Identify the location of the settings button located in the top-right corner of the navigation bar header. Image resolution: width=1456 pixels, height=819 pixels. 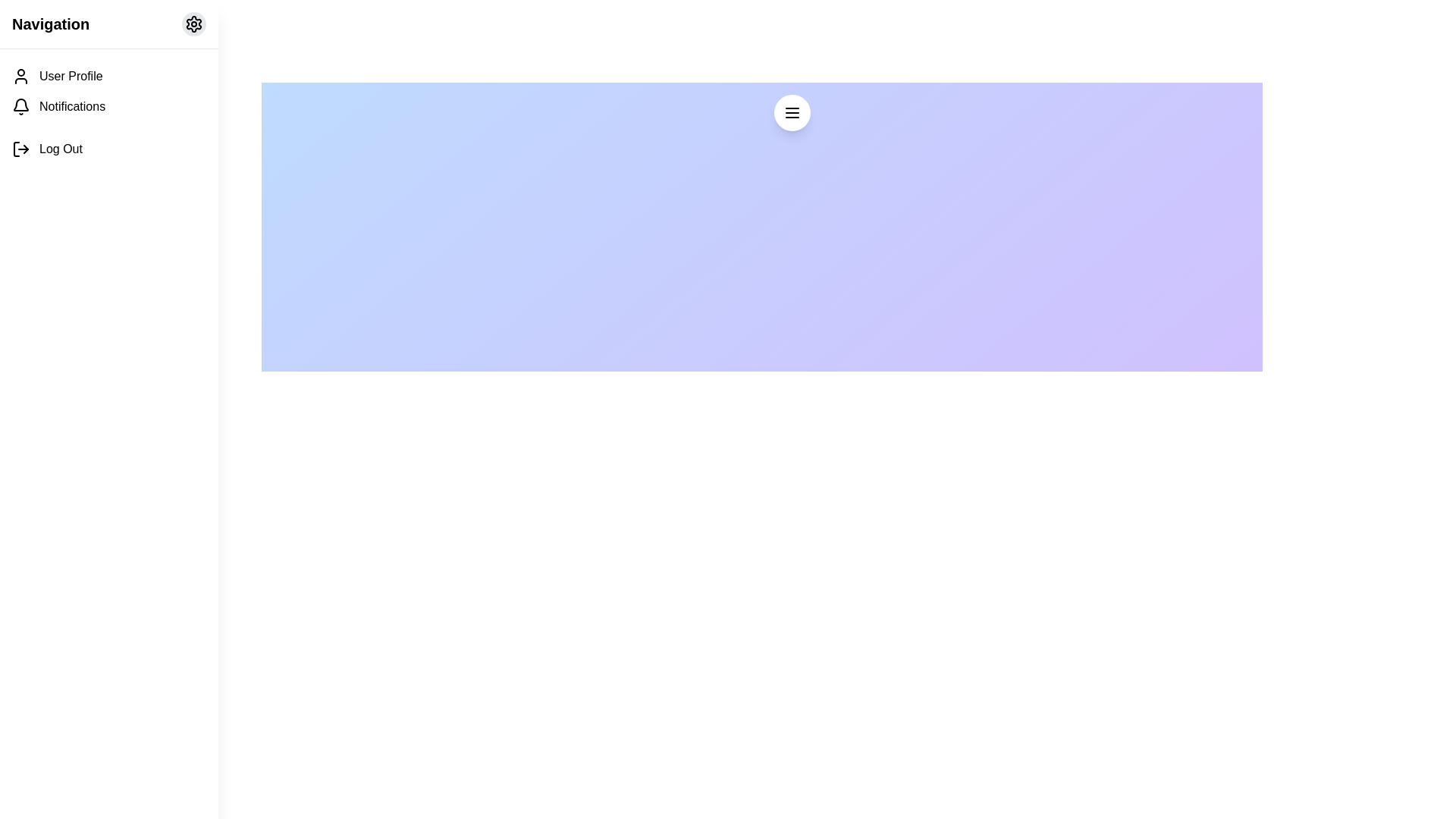
(193, 24).